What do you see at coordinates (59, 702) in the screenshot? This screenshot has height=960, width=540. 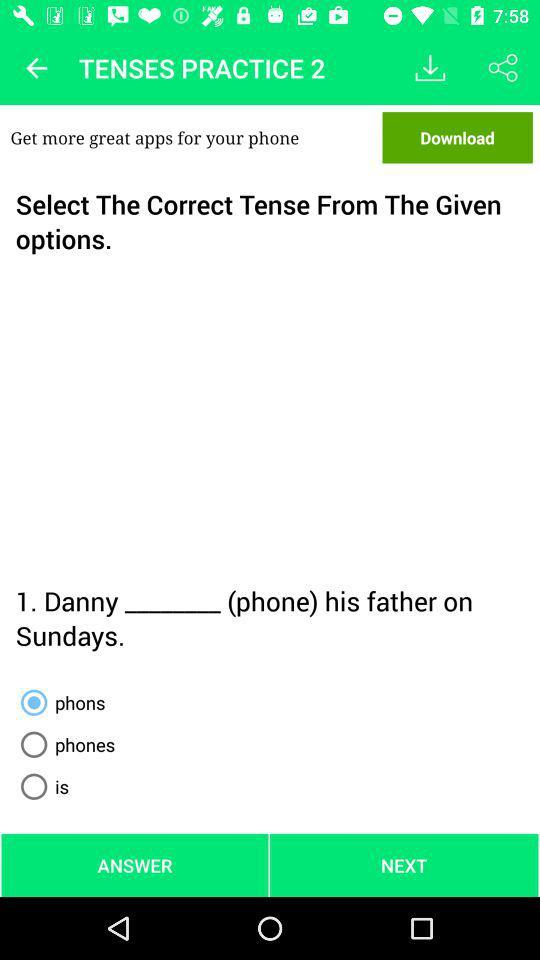 I see `icon above phones radio button` at bounding box center [59, 702].